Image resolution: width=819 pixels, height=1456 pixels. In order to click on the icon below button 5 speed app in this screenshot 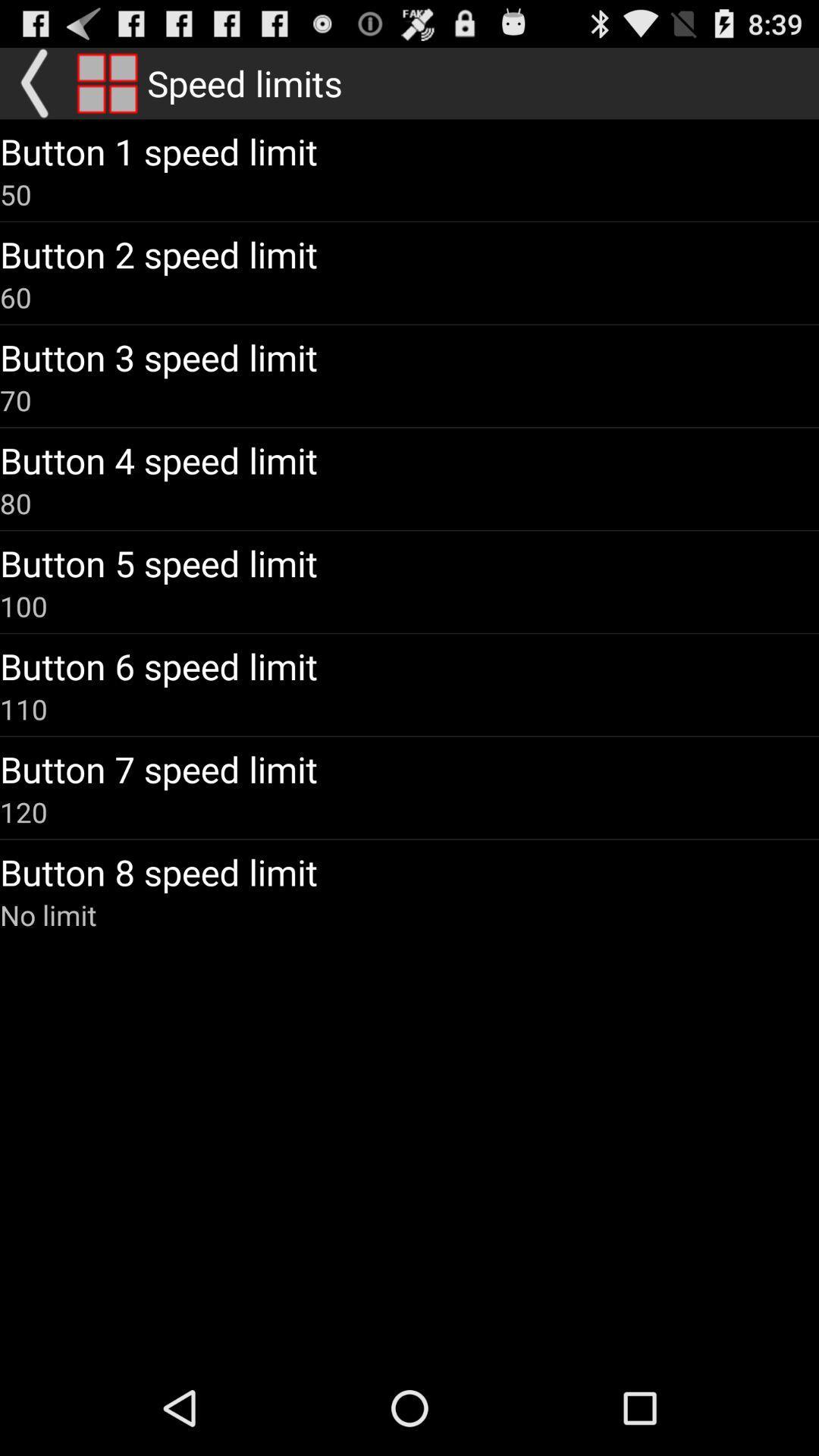, I will do `click(24, 605)`.